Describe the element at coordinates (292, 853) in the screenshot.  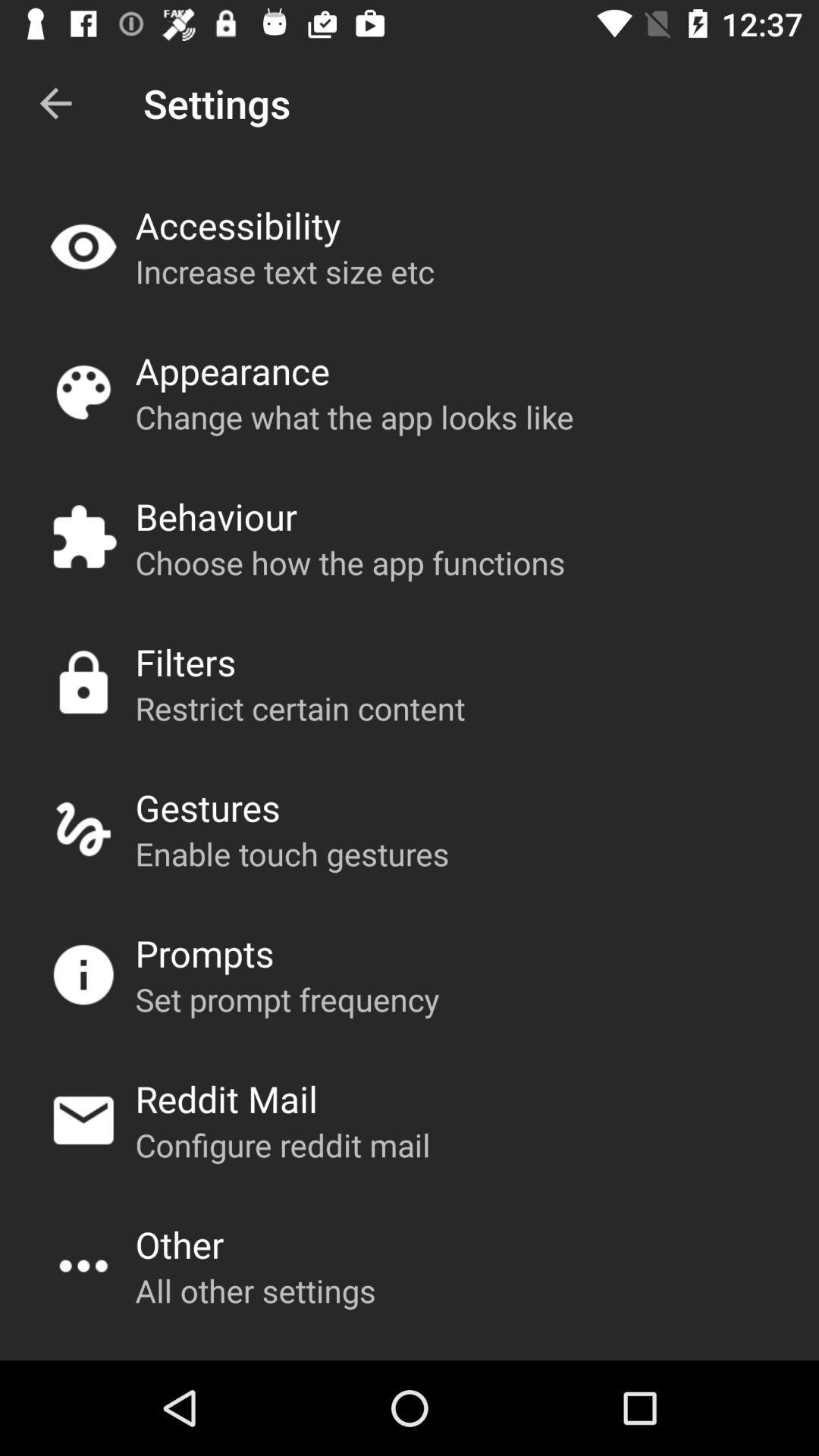
I see `the icon above prompts app` at that location.